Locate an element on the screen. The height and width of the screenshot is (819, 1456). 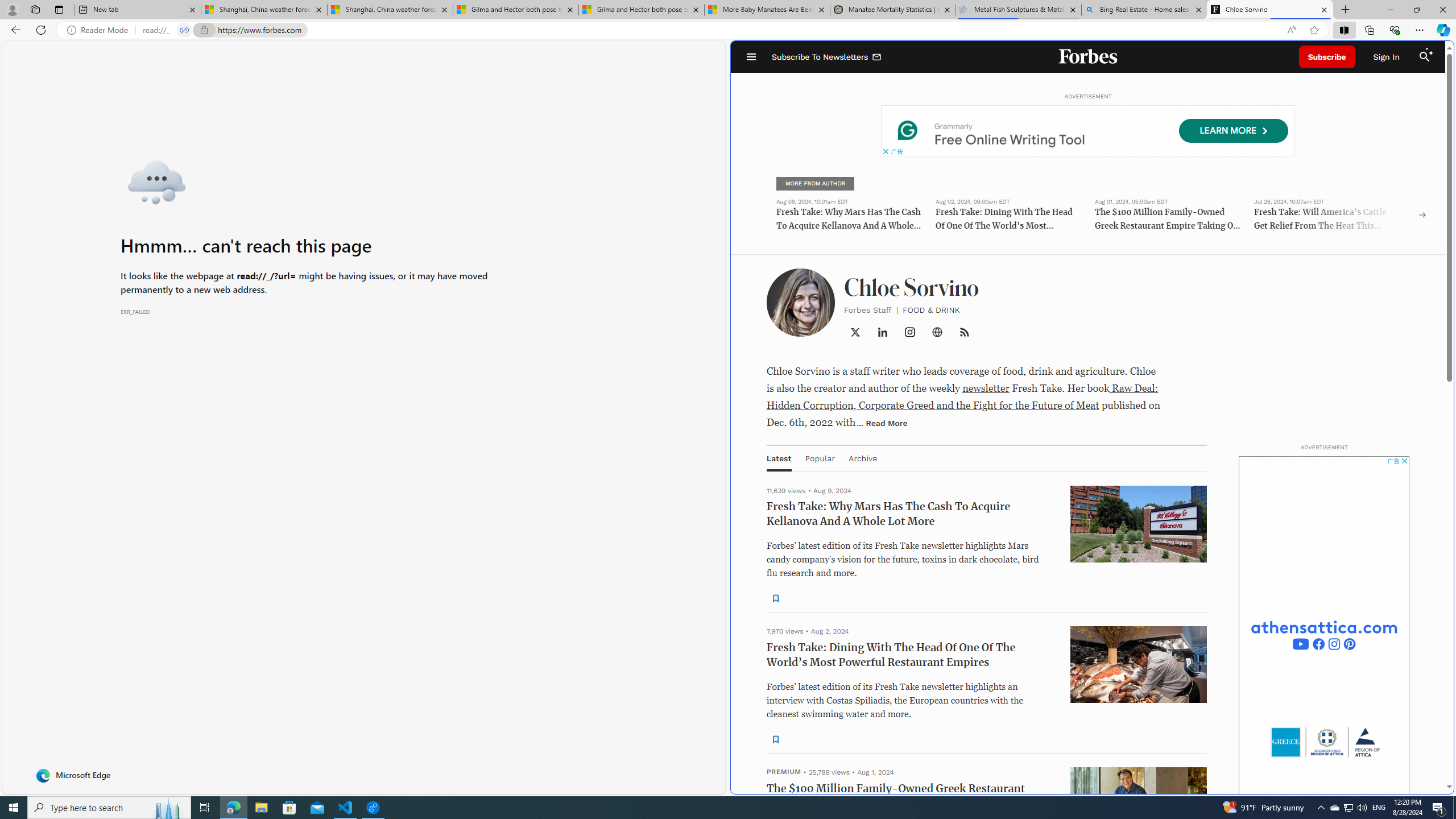
'Latest' is located at coordinates (779, 457).